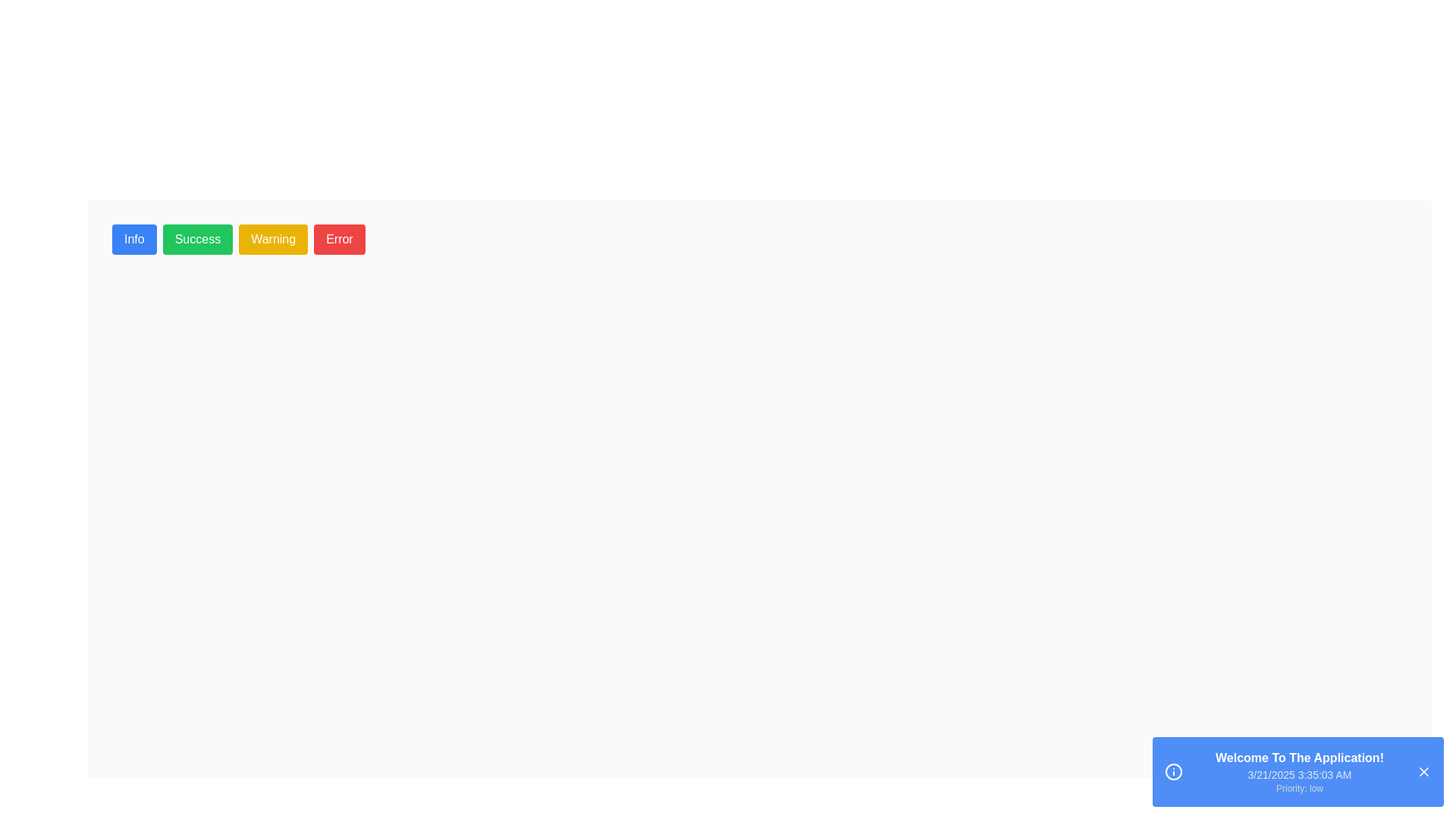 The image size is (1456, 819). What do you see at coordinates (1423, 772) in the screenshot?
I see `the circular button with a cross (X) symbol in the bottom-right corner of the 'Welcome to the application!' notification panel` at bounding box center [1423, 772].